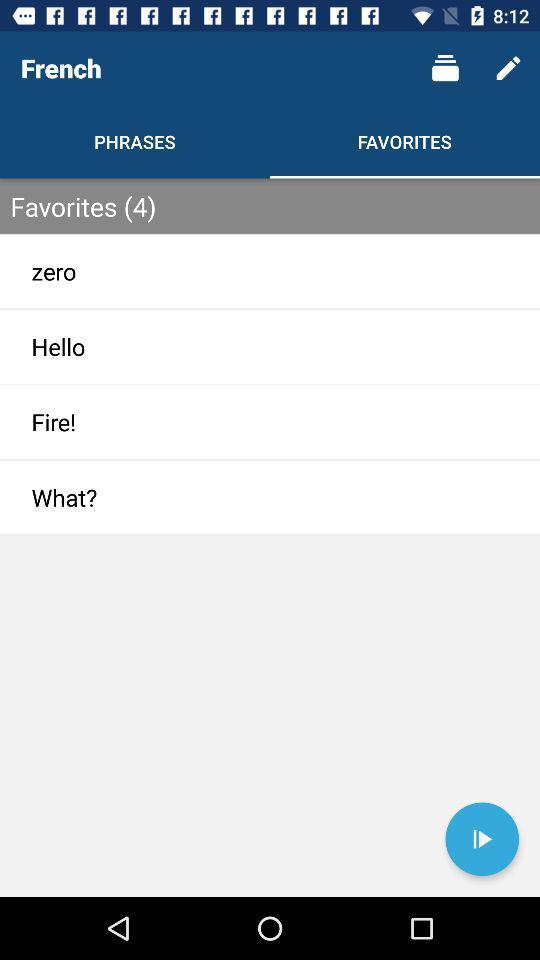 The width and height of the screenshot is (540, 960). I want to click on the icon above favorites icon, so click(445, 68).